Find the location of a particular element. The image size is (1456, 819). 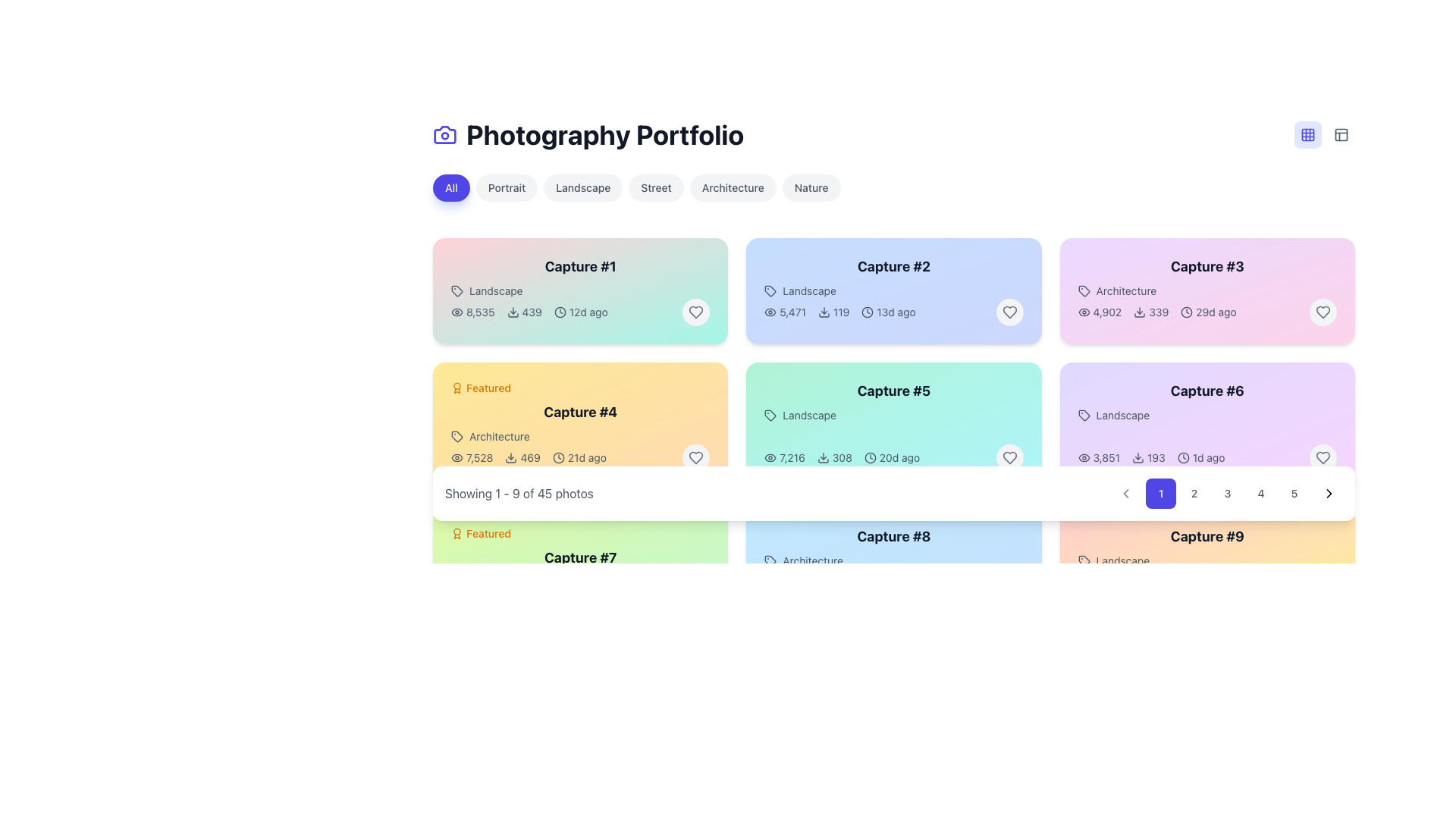

timestamp label '29d ago' located next to the clock icon in the bottom-right corner of the 'Capture #3' entry, beneath the 'Architecture' tag is located at coordinates (1207, 312).